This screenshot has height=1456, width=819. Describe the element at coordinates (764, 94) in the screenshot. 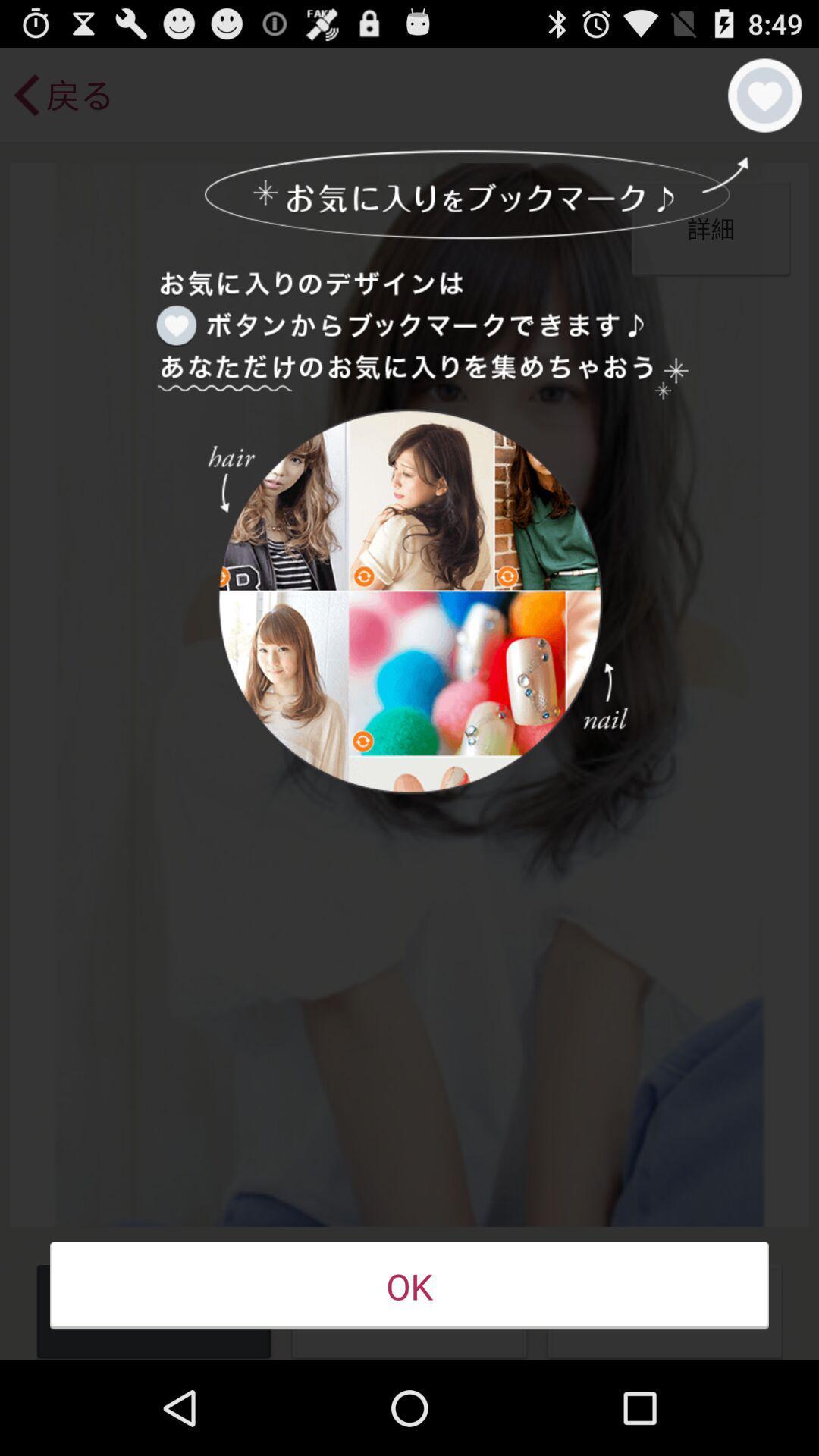

I see `the item at the top right corner` at that location.